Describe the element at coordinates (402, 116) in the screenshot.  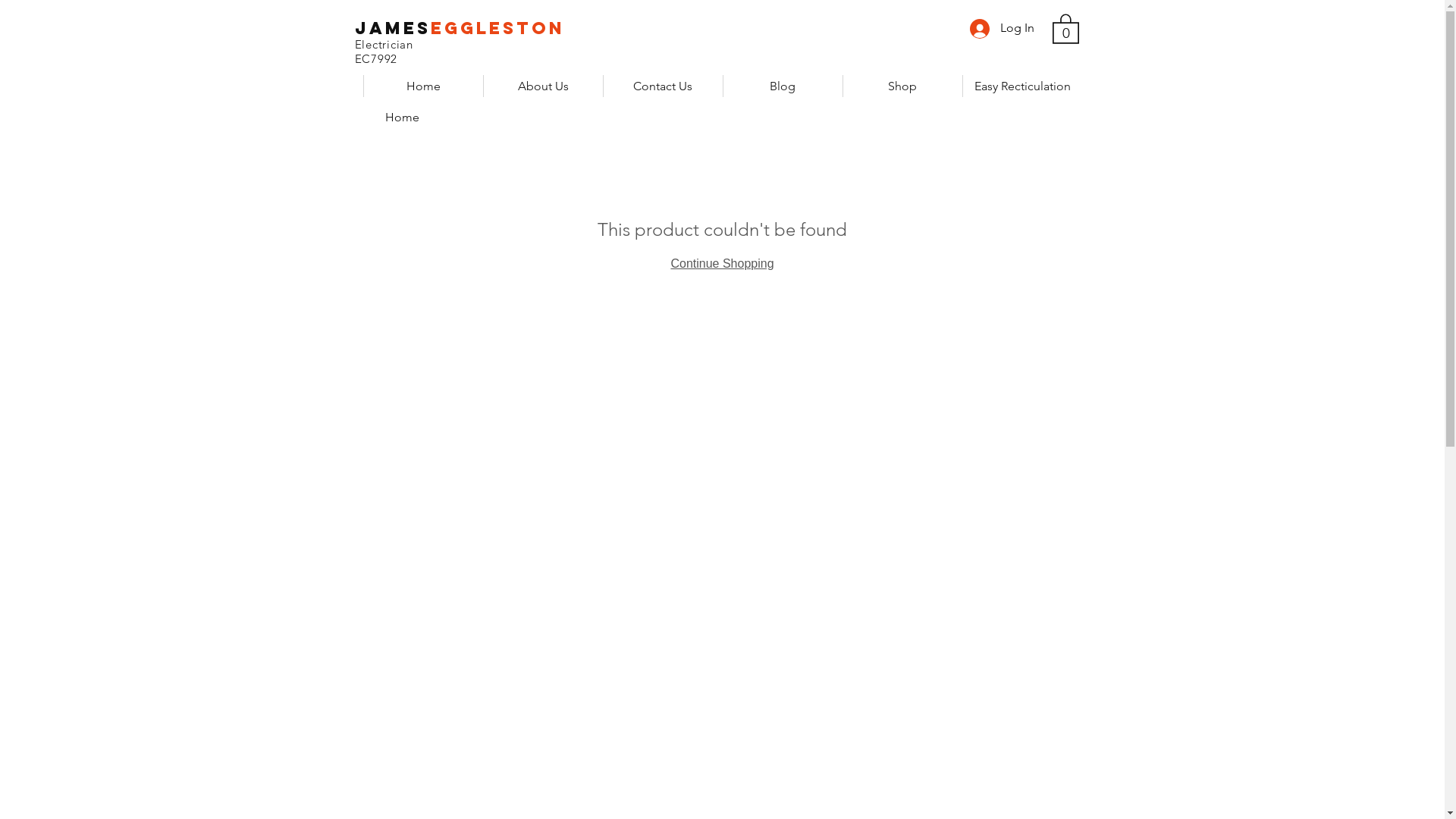
I see `'Home'` at that location.